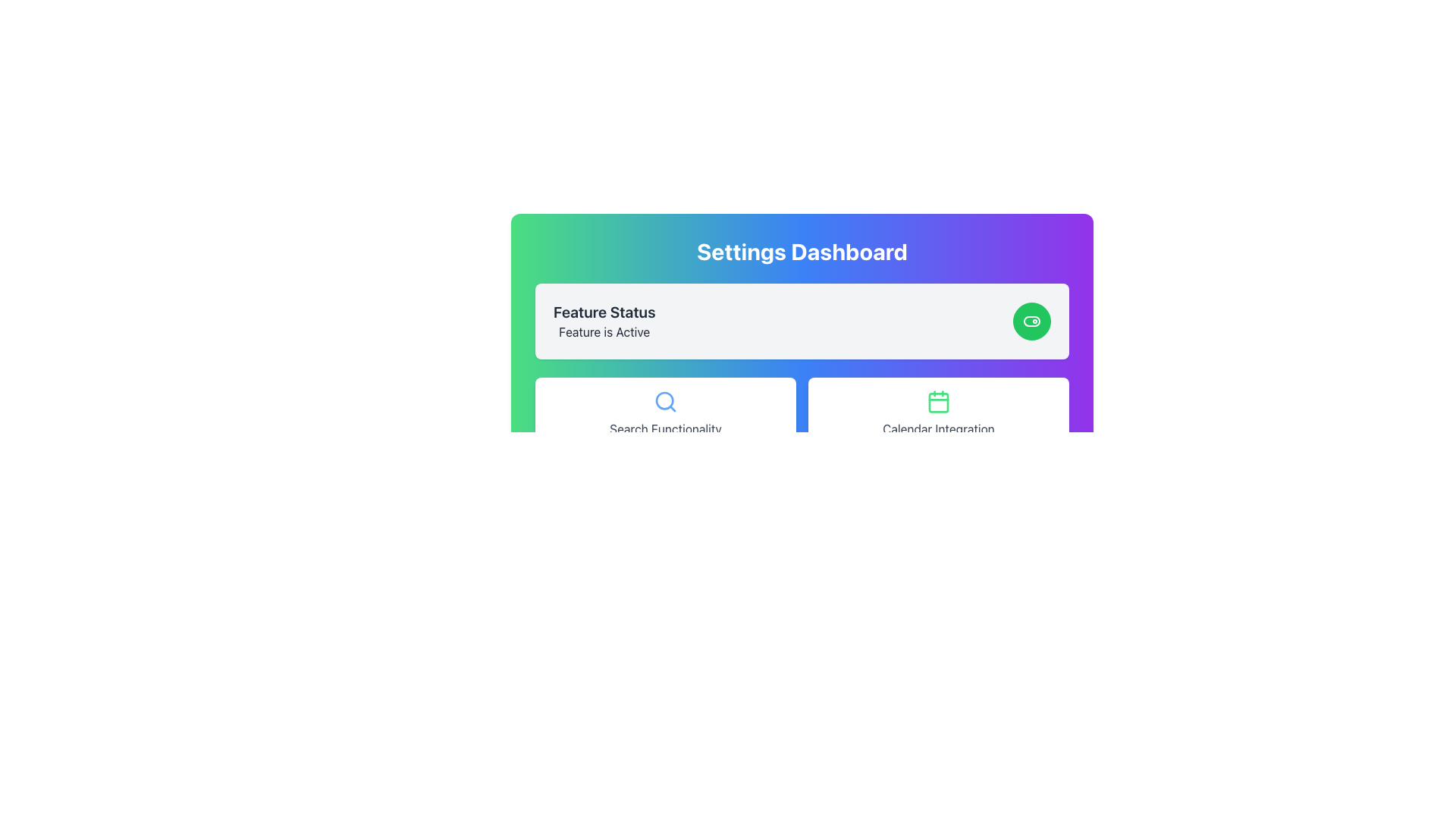  Describe the element at coordinates (604, 331) in the screenshot. I see `the Text Label that indicates the feature is currently active, located beneath the 'Feature Status' text` at that location.